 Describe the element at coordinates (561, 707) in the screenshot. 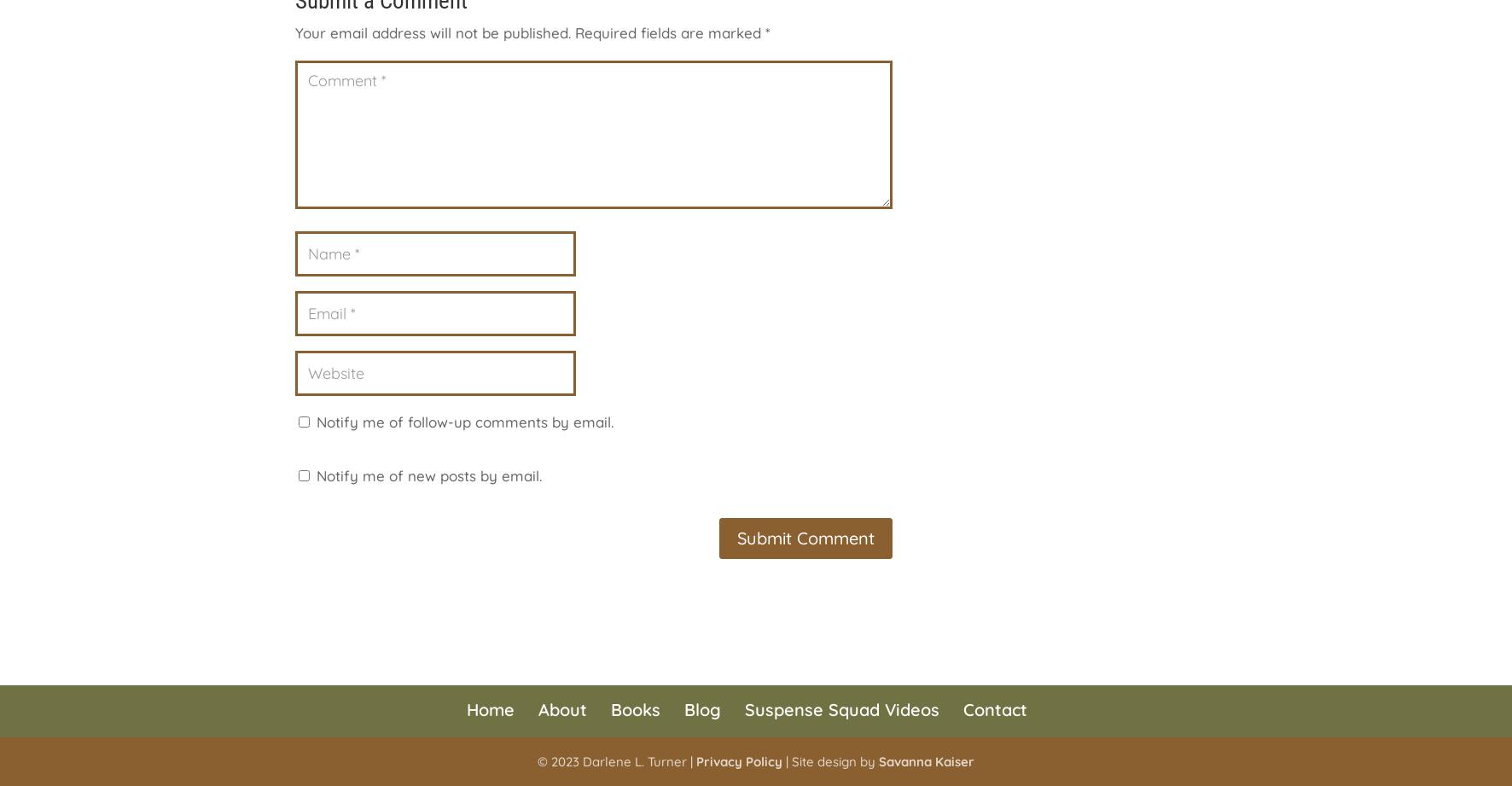

I see `'About'` at that location.